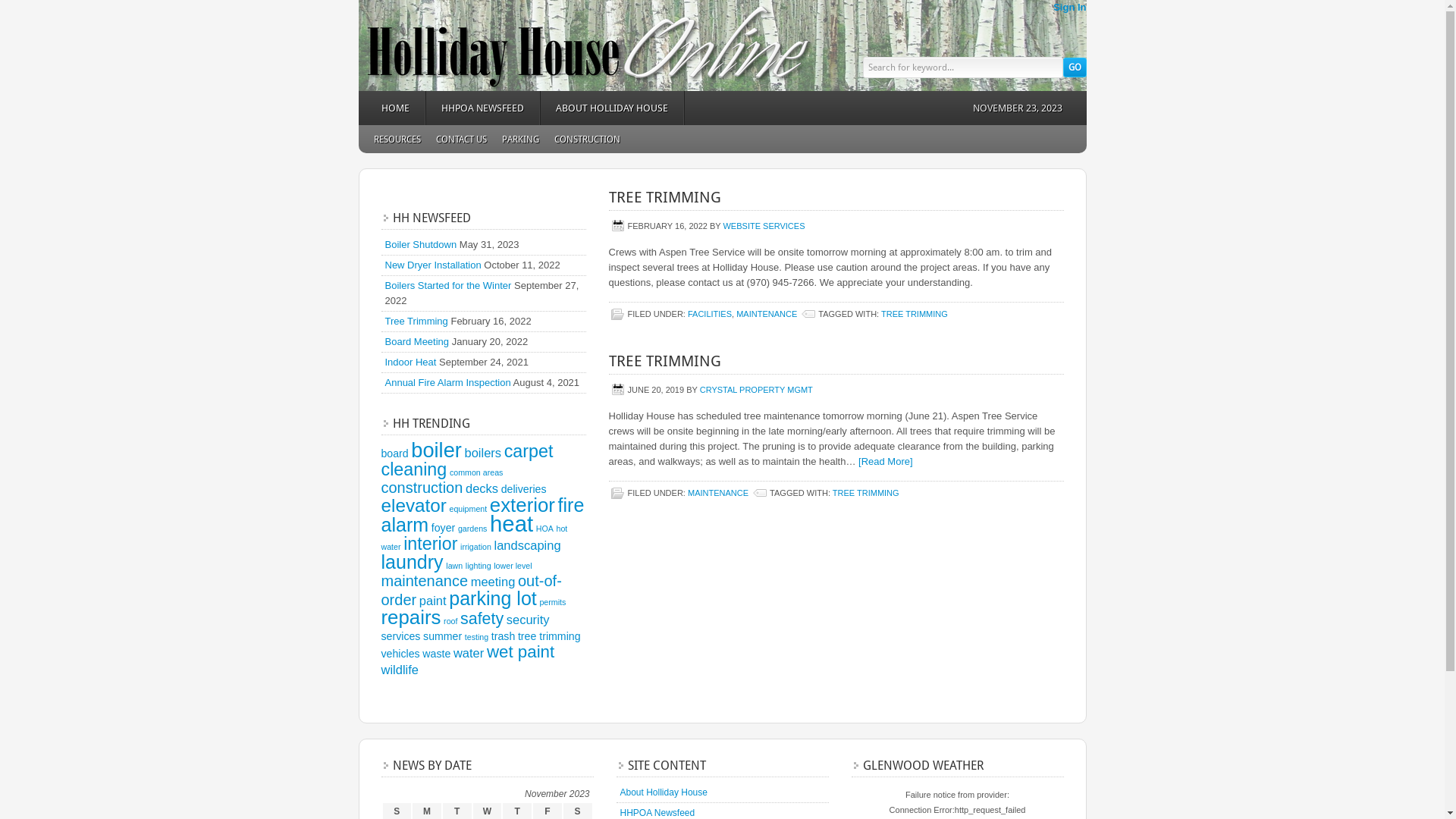  What do you see at coordinates (1068, 7) in the screenshot?
I see `'Sign In'` at bounding box center [1068, 7].